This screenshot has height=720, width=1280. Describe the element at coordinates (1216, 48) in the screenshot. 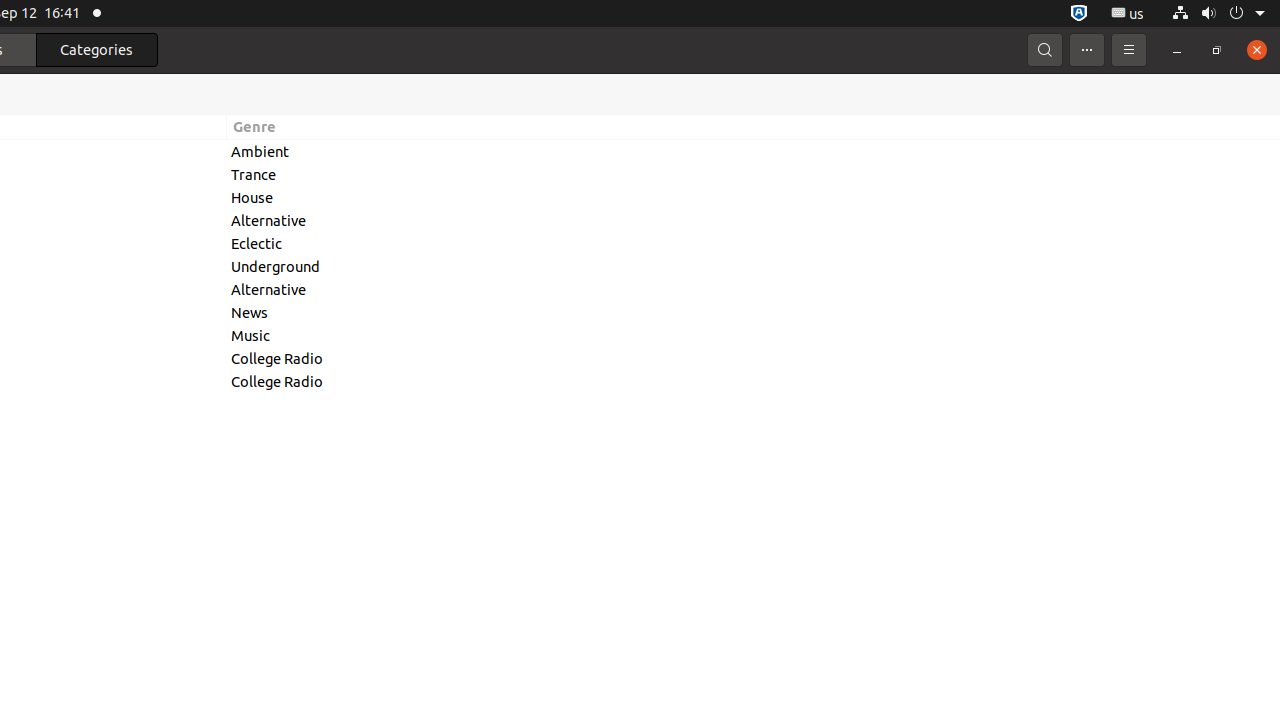

I see `'Restore'` at that location.